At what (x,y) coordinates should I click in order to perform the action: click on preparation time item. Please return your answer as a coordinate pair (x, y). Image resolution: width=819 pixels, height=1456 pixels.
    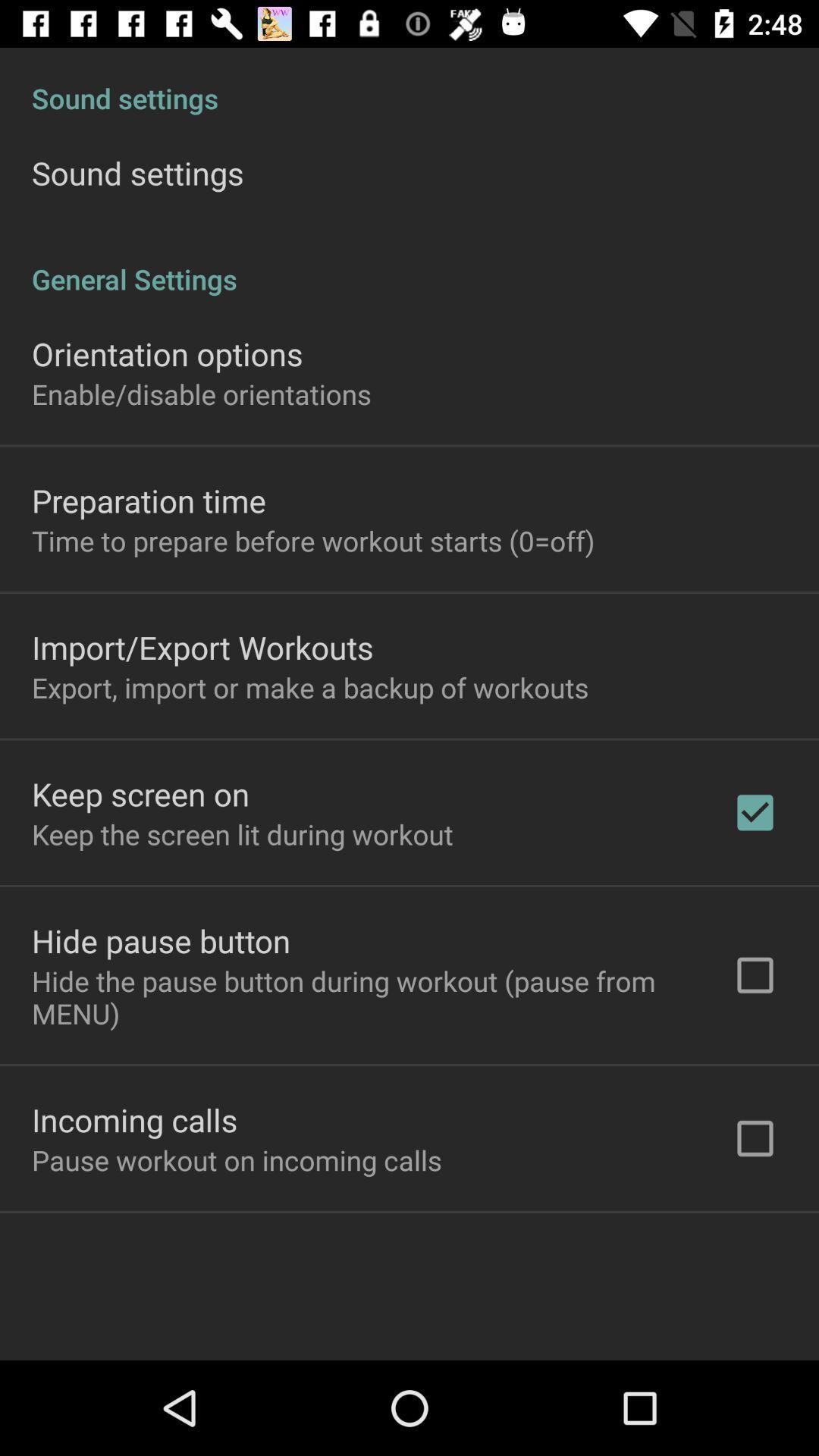
    Looking at the image, I should click on (149, 500).